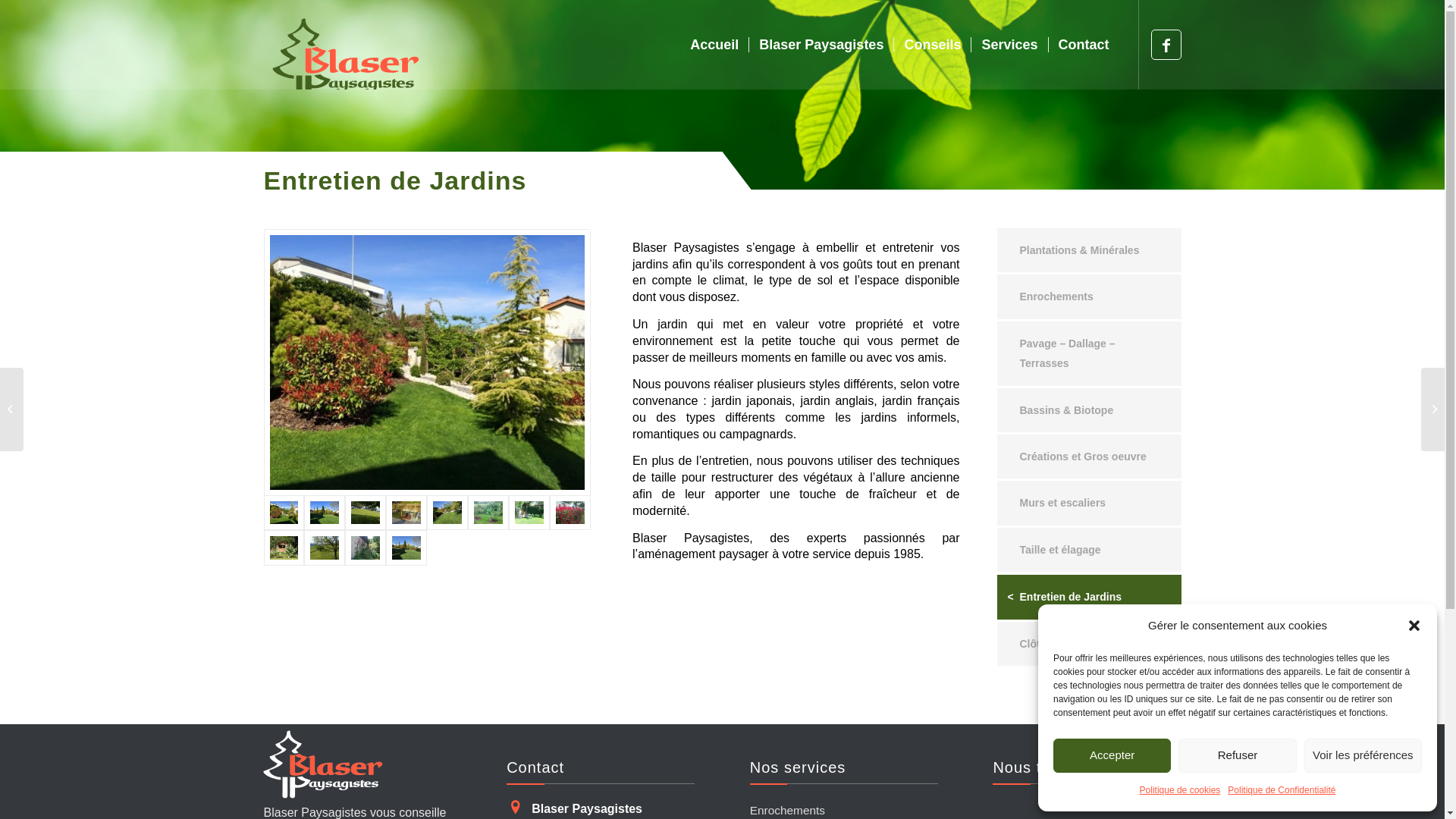 The image size is (1456, 819). Describe the element at coordinates (1009, 43) in the screenshot. I see `'Services'` at that location.